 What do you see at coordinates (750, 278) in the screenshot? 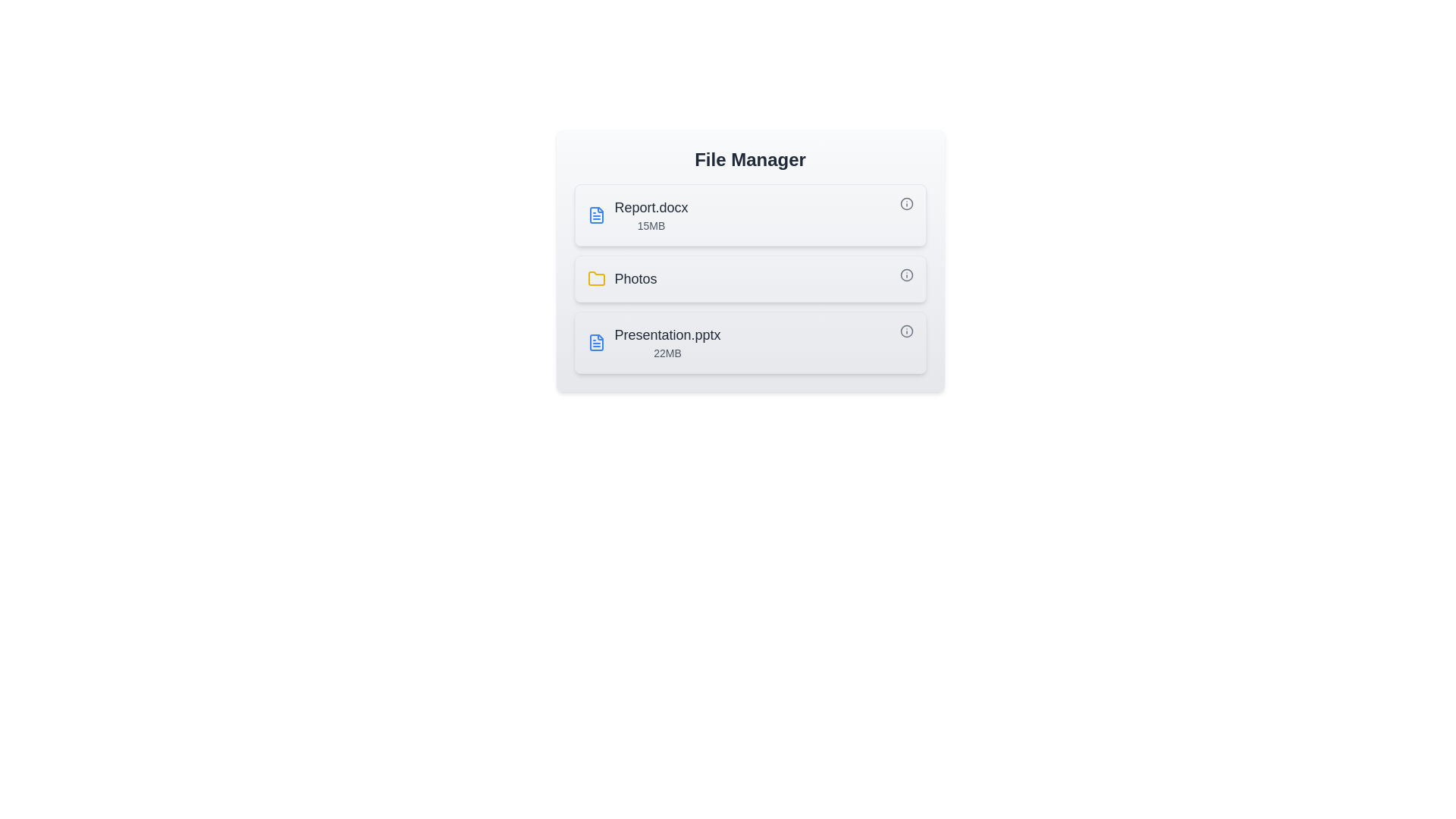
I see `the file or folder named Photos by clicking on it` at bounding box center [750, 278].